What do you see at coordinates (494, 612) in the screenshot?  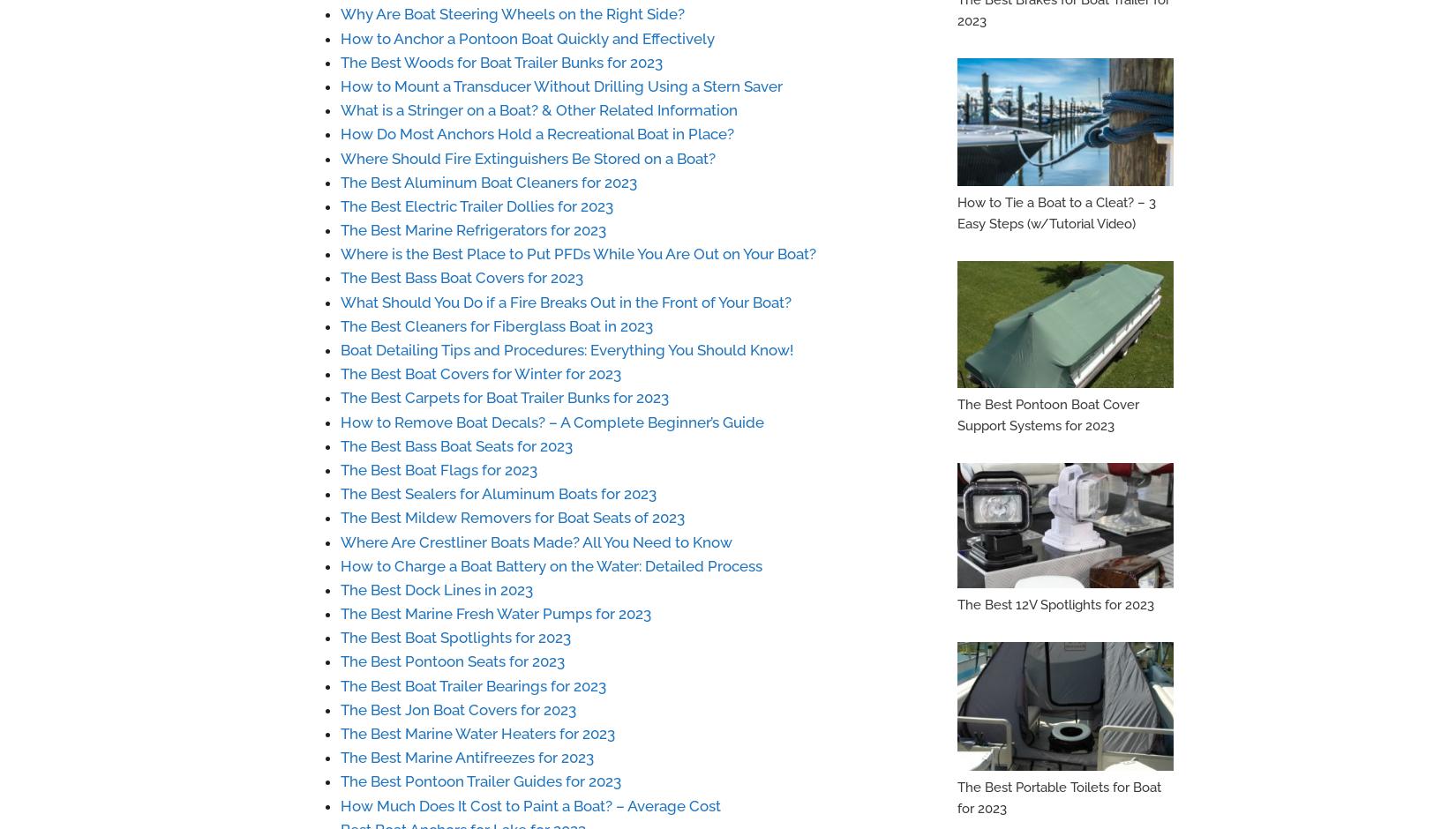 I see `'The Best Marine Fresh Water Pumps for 2023'` at bounding box center [494, 612].